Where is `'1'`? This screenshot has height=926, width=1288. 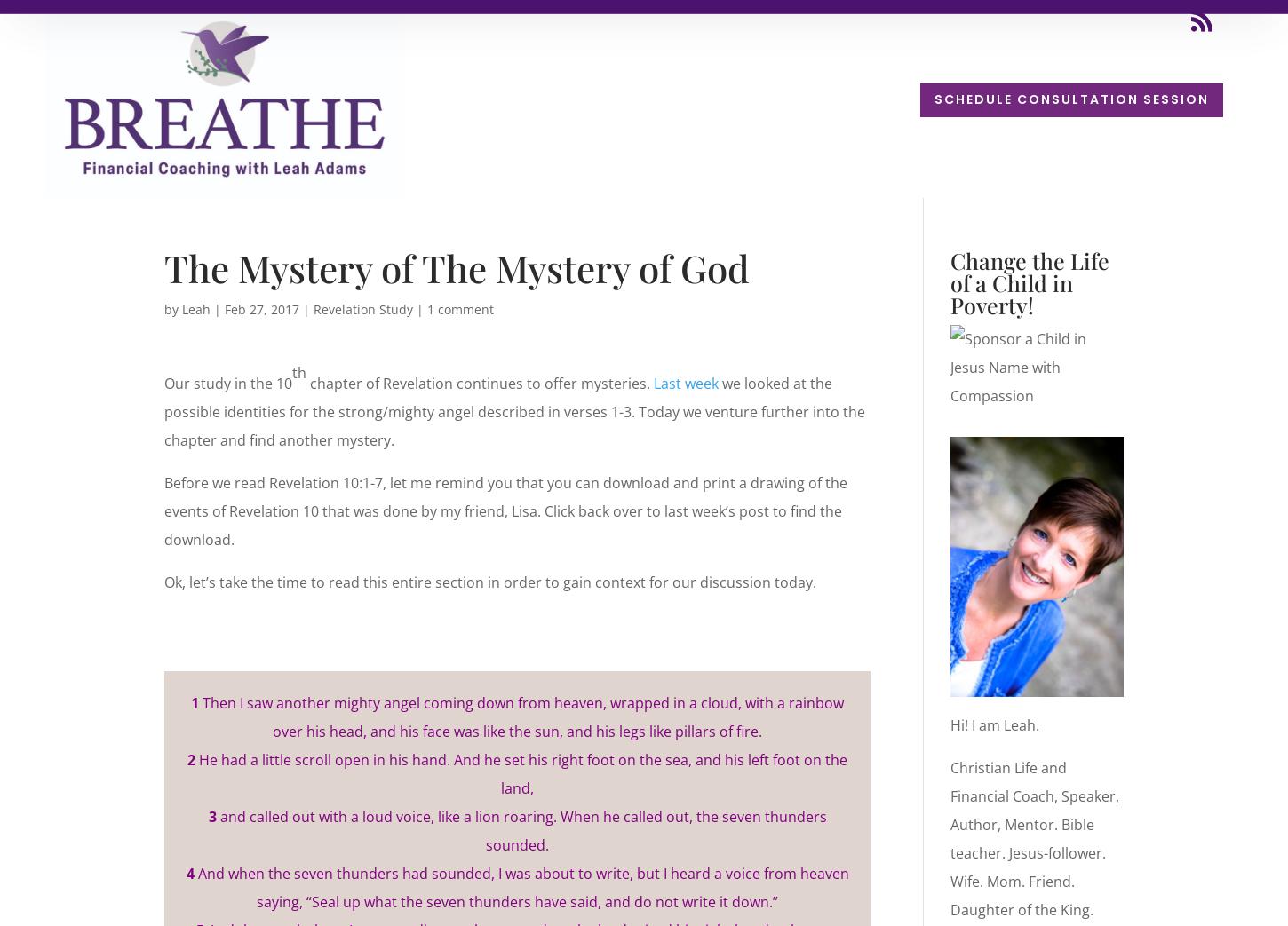
'1' is located at coordinates (194, 701).